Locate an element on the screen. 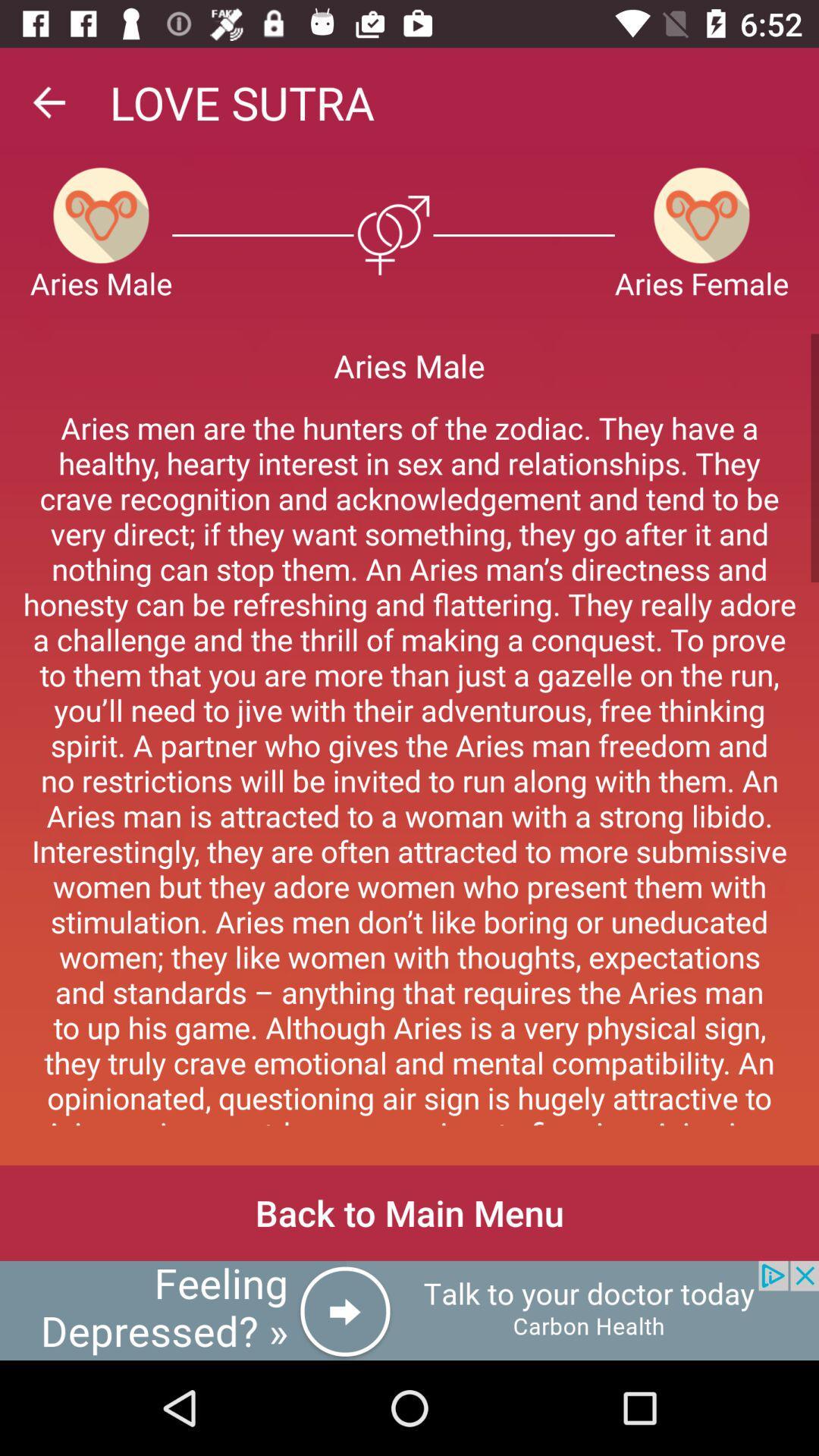  advertisement website is located at coordinates (409, 1310).